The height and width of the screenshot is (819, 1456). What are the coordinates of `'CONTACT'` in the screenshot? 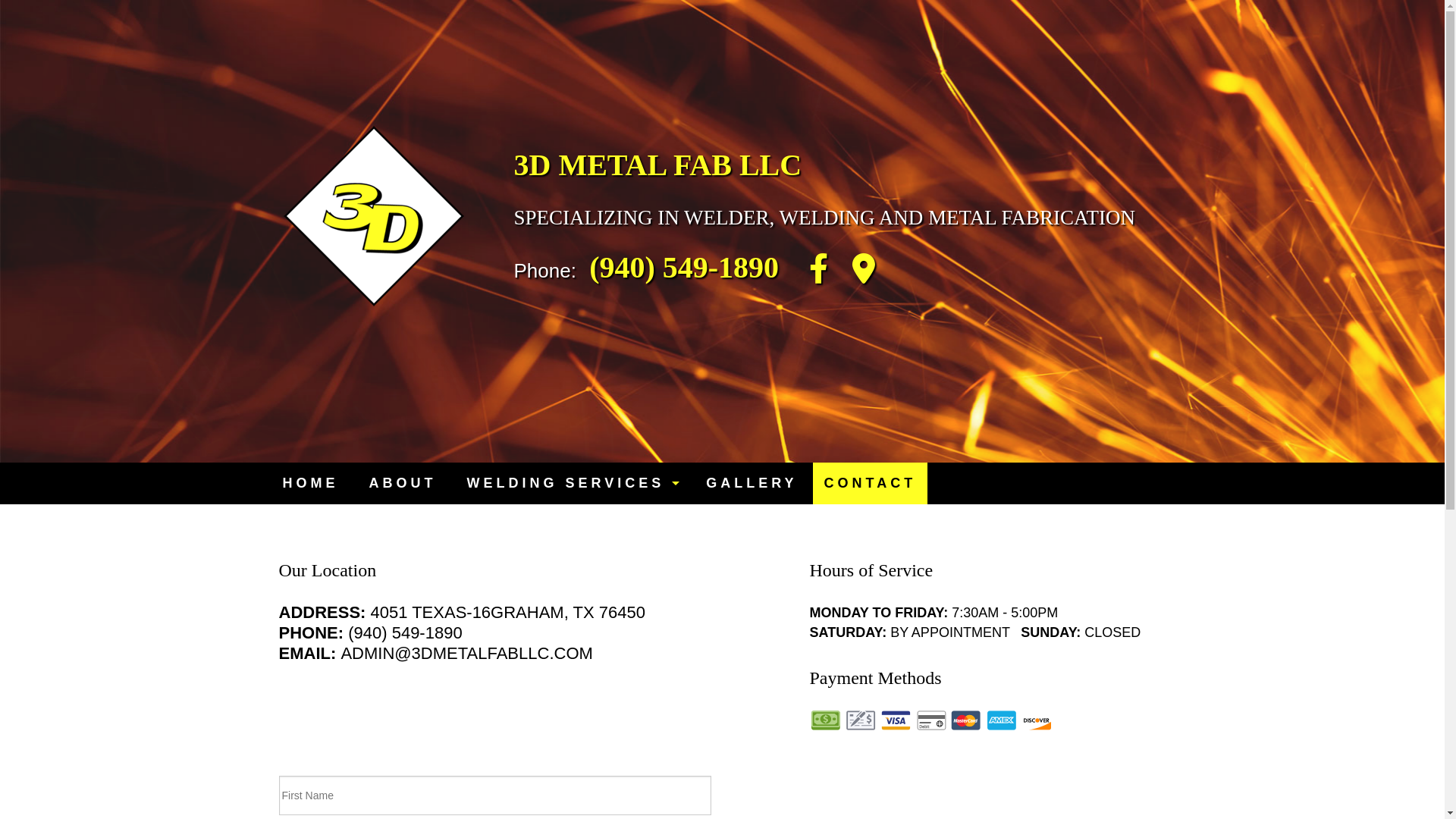 It's located at (870, 483).